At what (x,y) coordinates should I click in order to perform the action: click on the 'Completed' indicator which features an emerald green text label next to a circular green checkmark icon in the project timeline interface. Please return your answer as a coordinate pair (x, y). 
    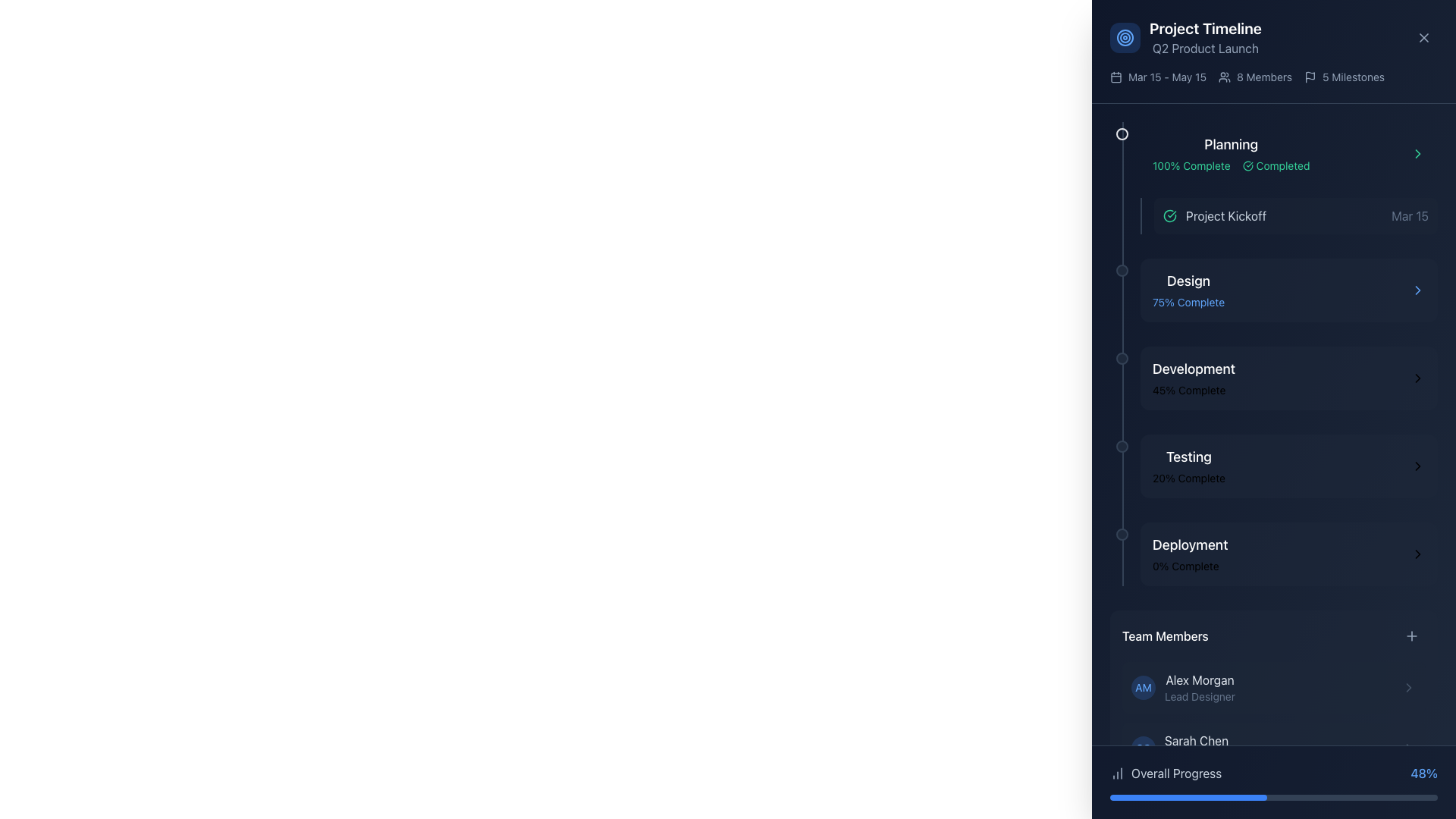
    Looking at the image, I should click on (1276, 166).